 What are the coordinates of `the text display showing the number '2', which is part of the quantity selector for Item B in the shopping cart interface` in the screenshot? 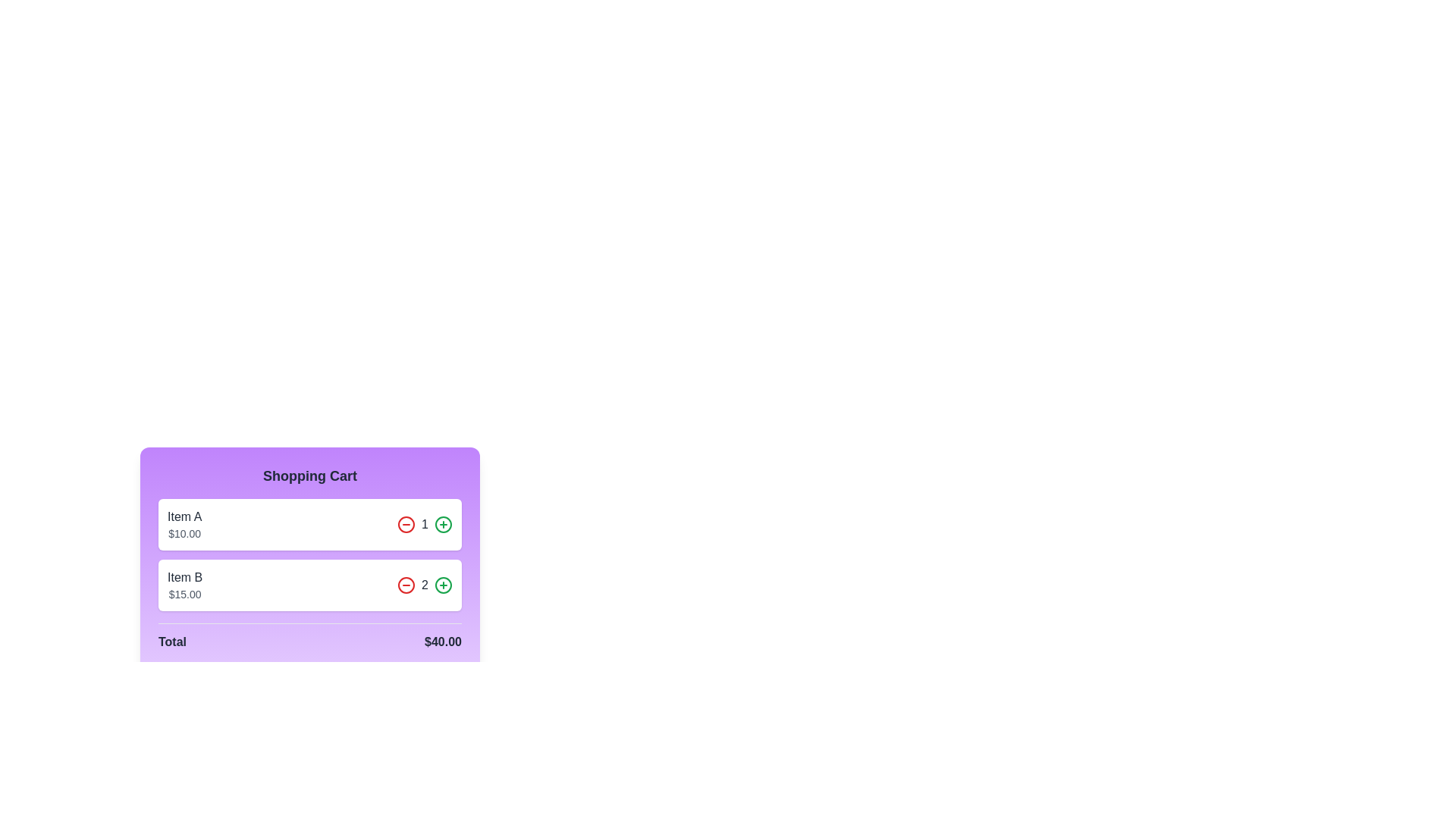 It's located at (425, 584).